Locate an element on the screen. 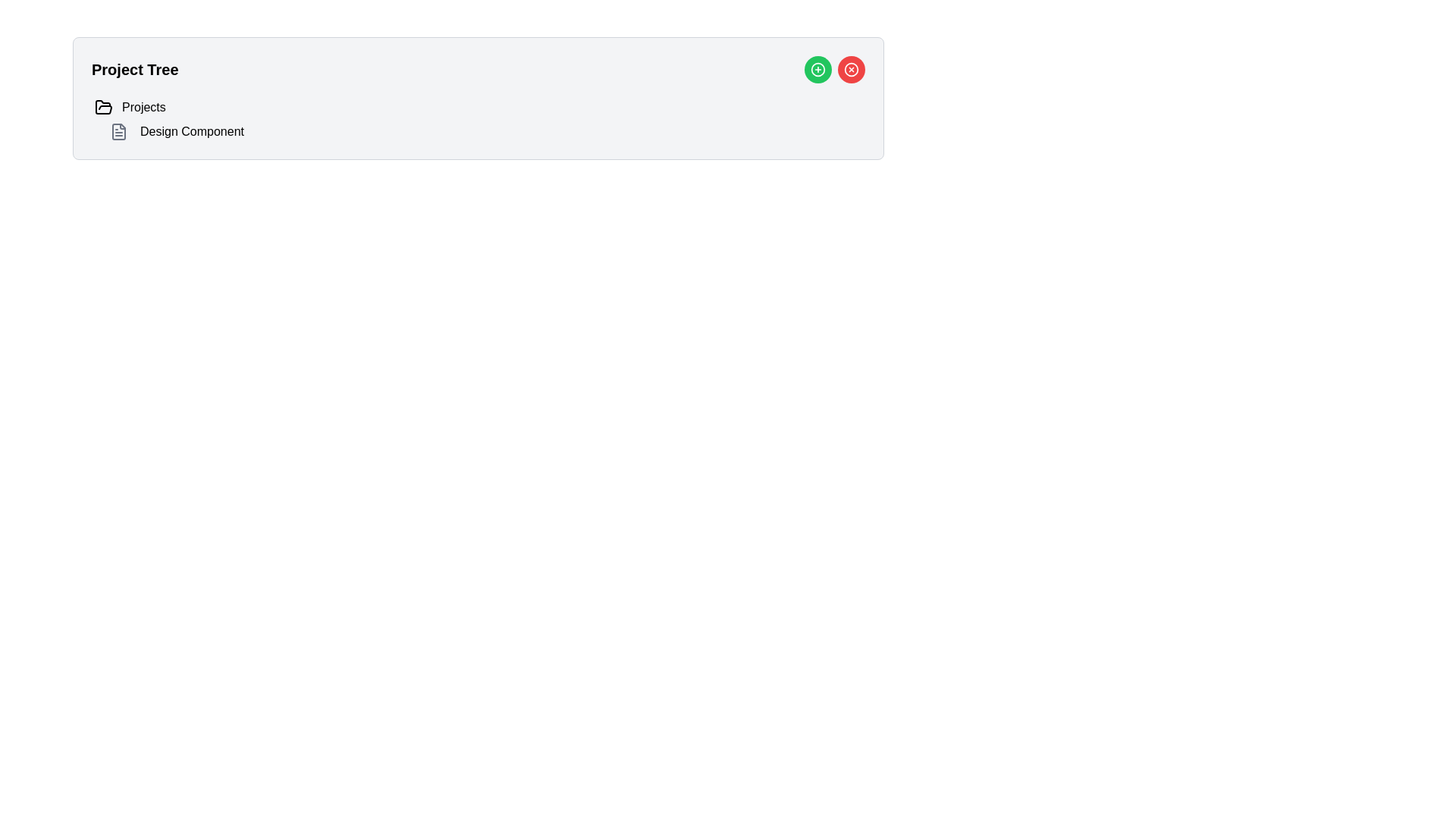 The height and width of the screenshot is (819, 1456). the circular graphical element located at the top-right corner of the panel, which is part of an icon consisting of a circle and an overlapping cross is located at coordinates (852, 70).